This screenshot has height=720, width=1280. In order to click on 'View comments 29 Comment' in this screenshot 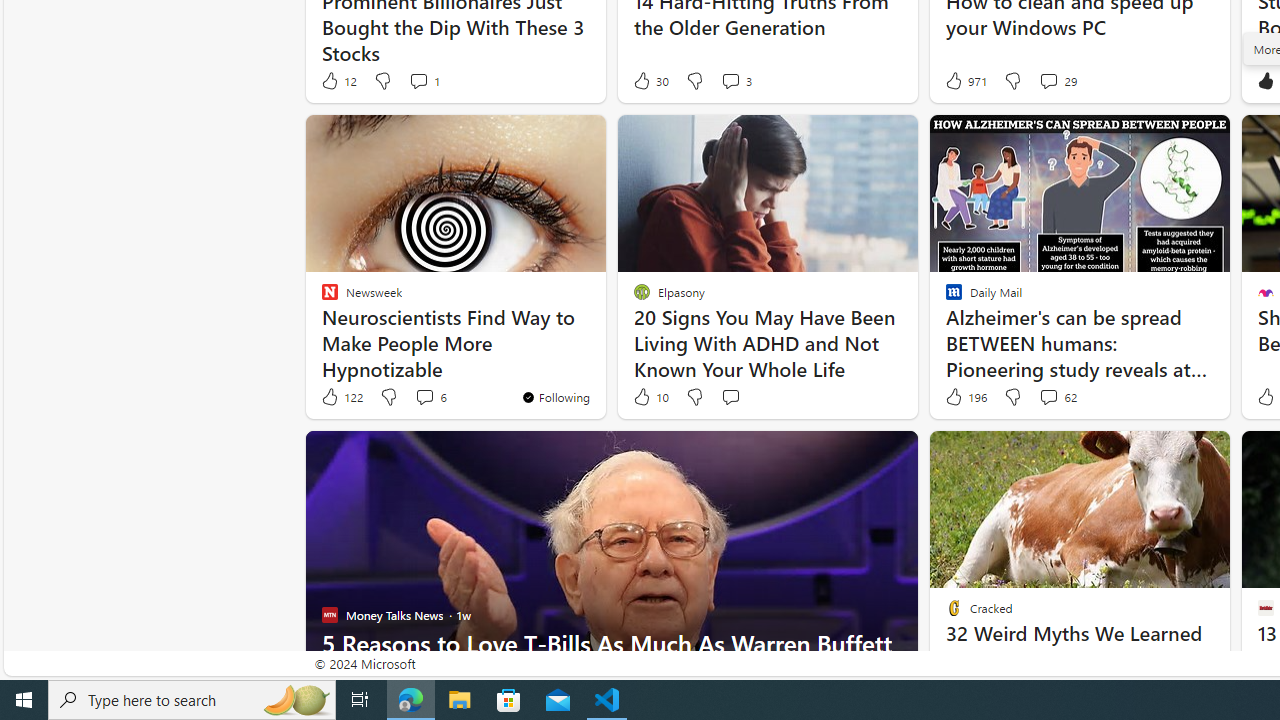, I will do `click(1047, 80)`.